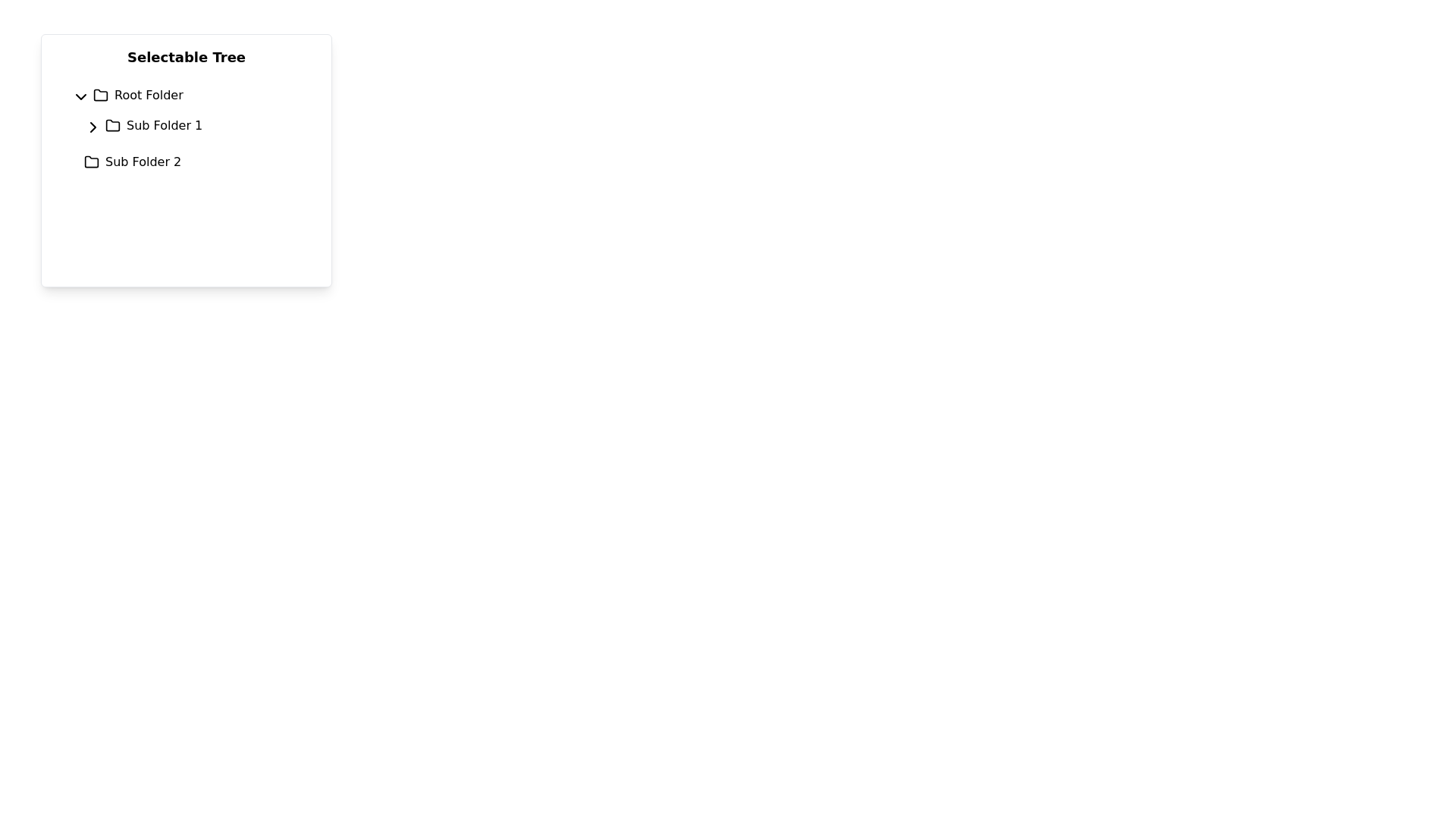 The width and height of the screenshot is (1456, 819). What do you see at coordinates (192, 96) in the screenshot?
I see `the 'Root Folder' Tree Node` at bounding box center [192, 96].